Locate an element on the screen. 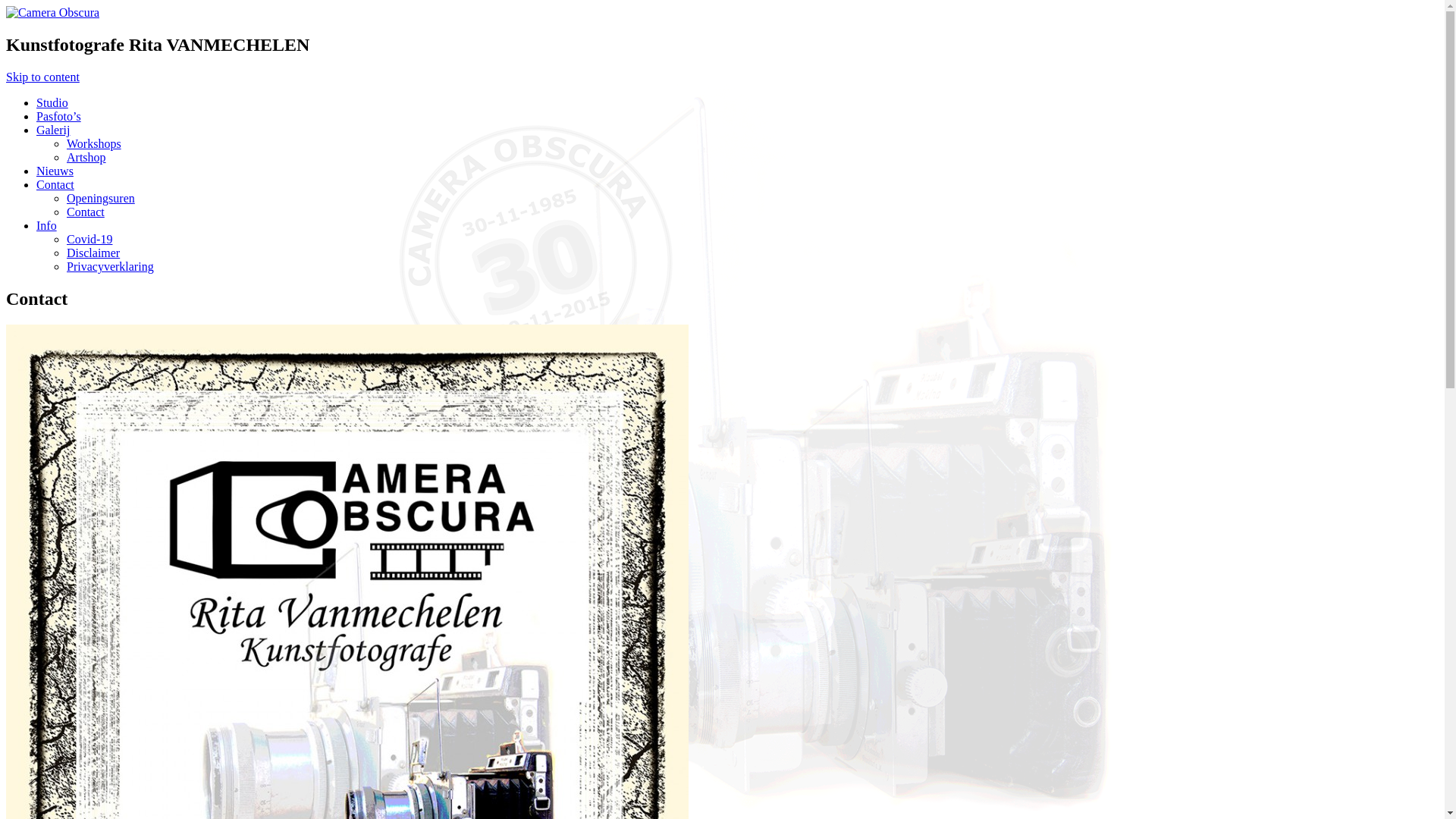 This screenshot has height=819, width=1456. 'Skip to content' is located at coordinates (42, 77).